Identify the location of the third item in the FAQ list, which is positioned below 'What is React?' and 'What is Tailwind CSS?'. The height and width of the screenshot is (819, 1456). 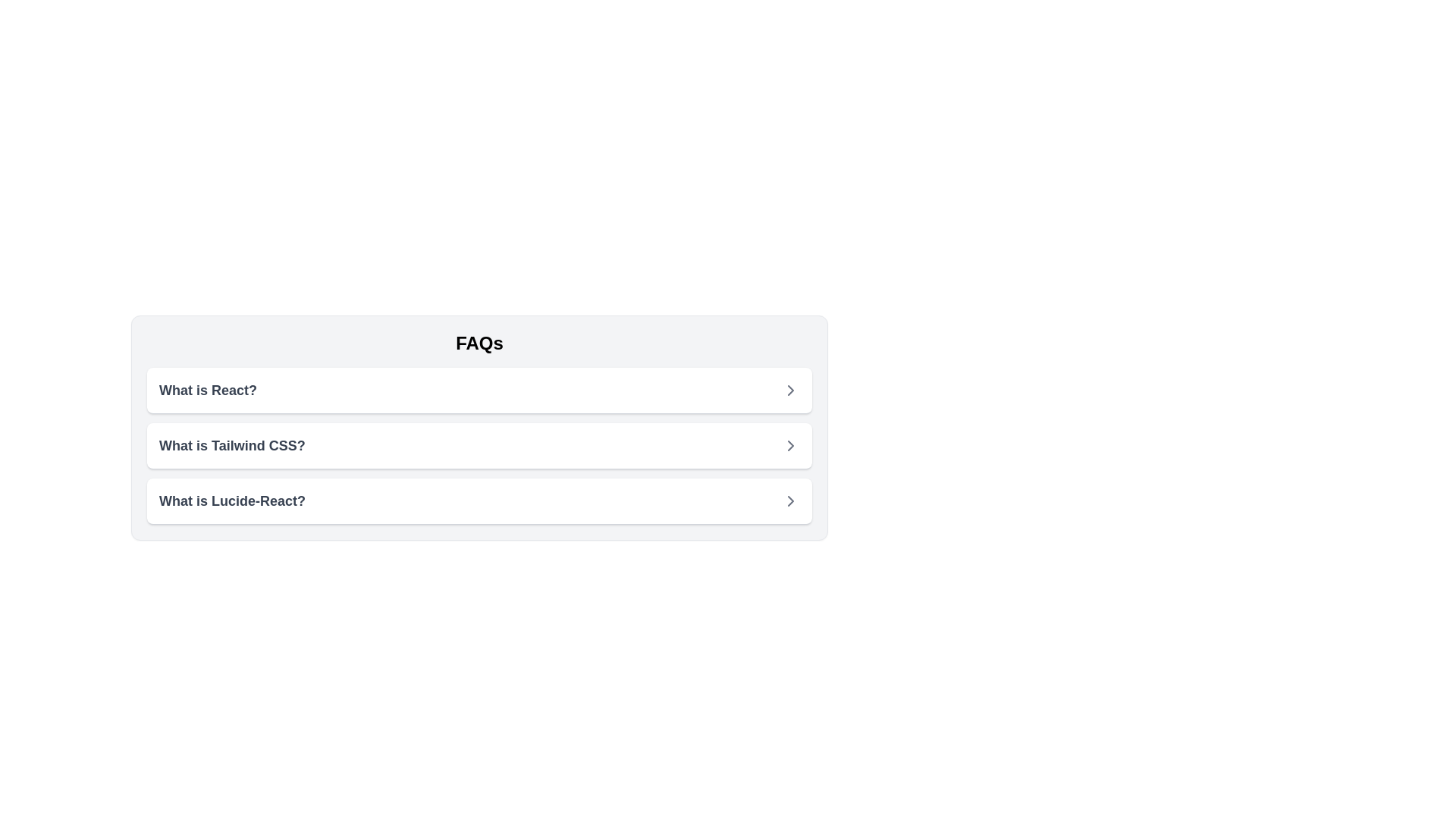
(479, 501).